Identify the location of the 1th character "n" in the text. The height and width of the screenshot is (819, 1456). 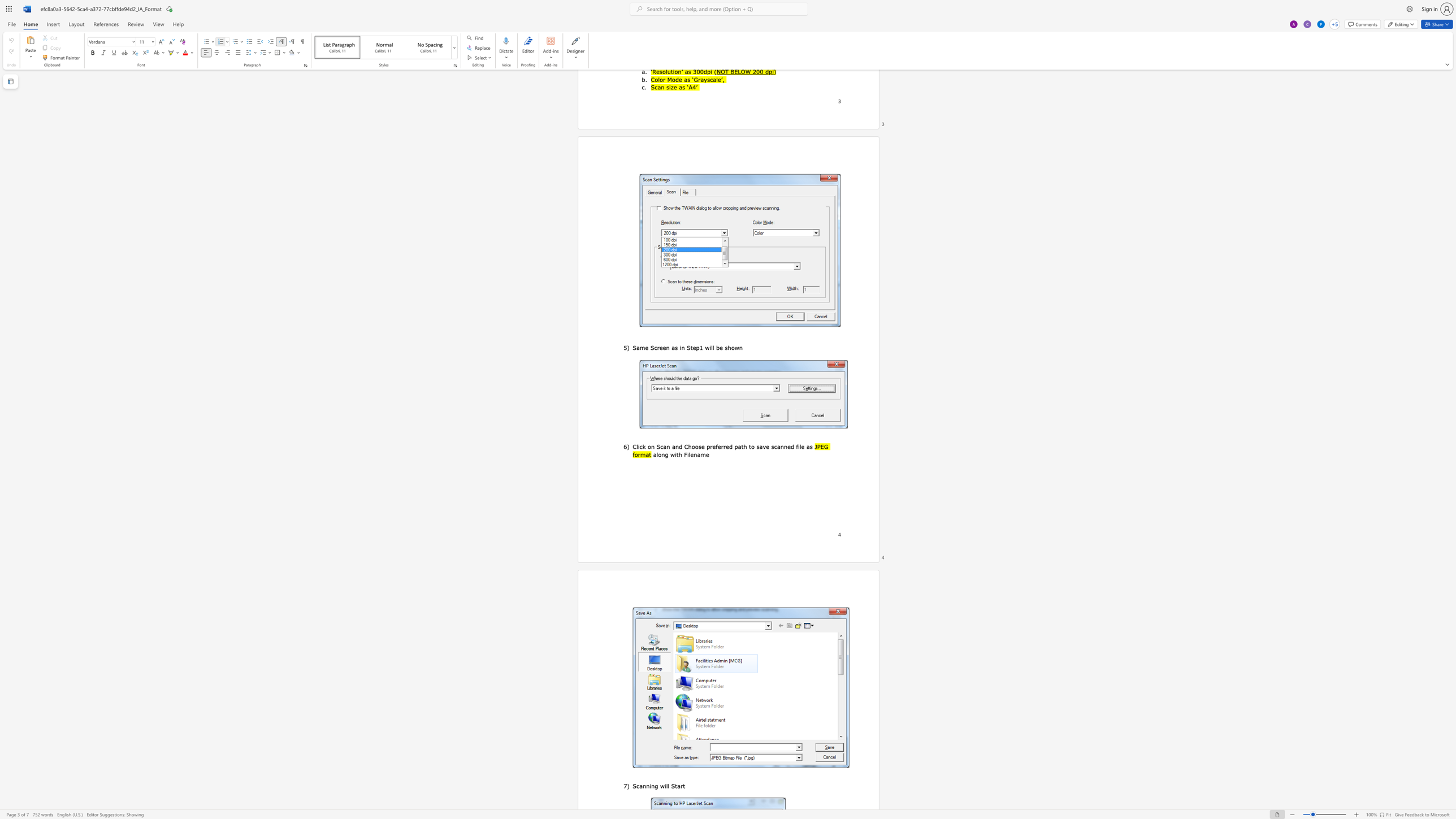
(652, 447).